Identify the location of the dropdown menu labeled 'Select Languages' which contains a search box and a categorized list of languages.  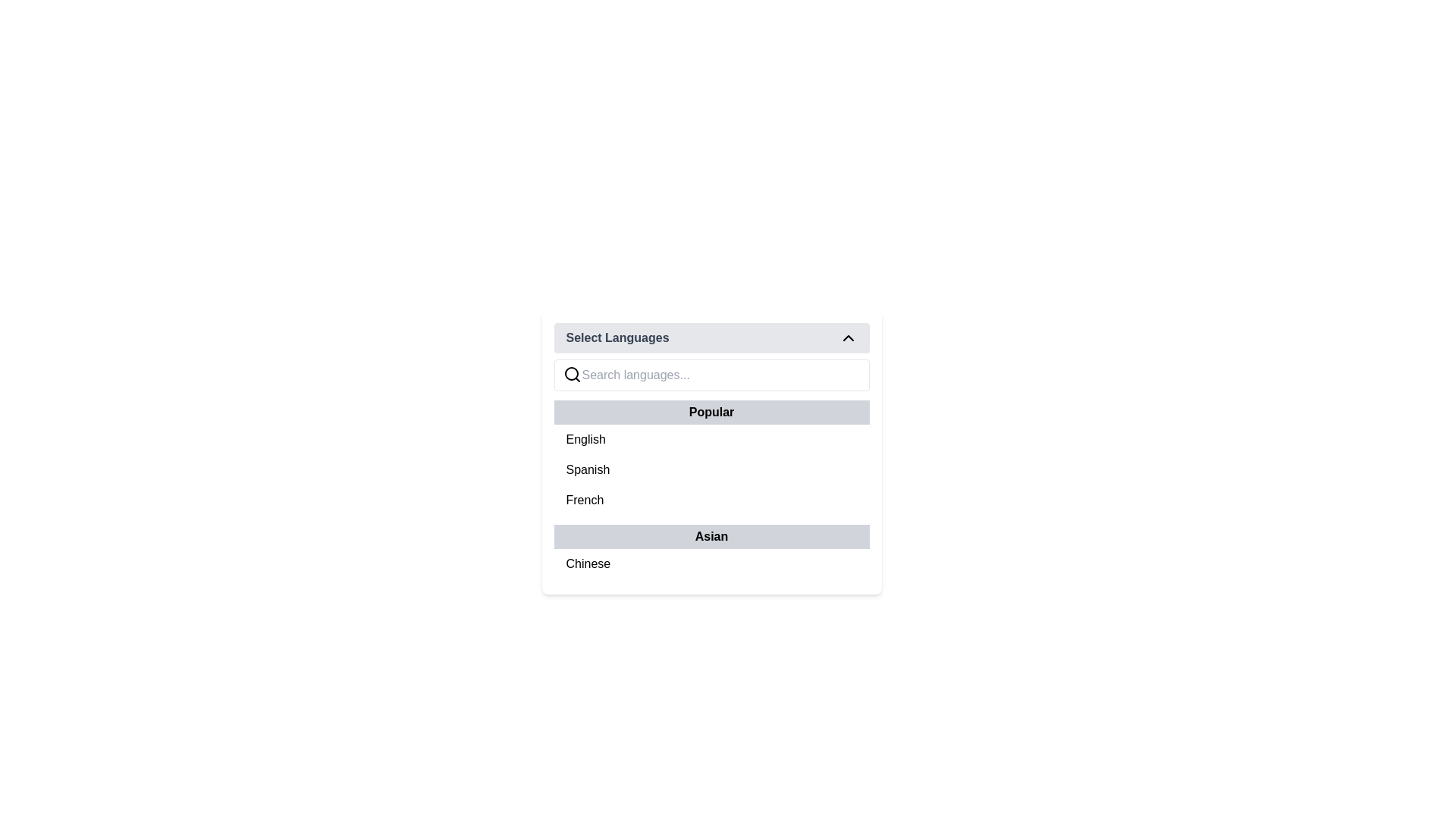
(711, 452).